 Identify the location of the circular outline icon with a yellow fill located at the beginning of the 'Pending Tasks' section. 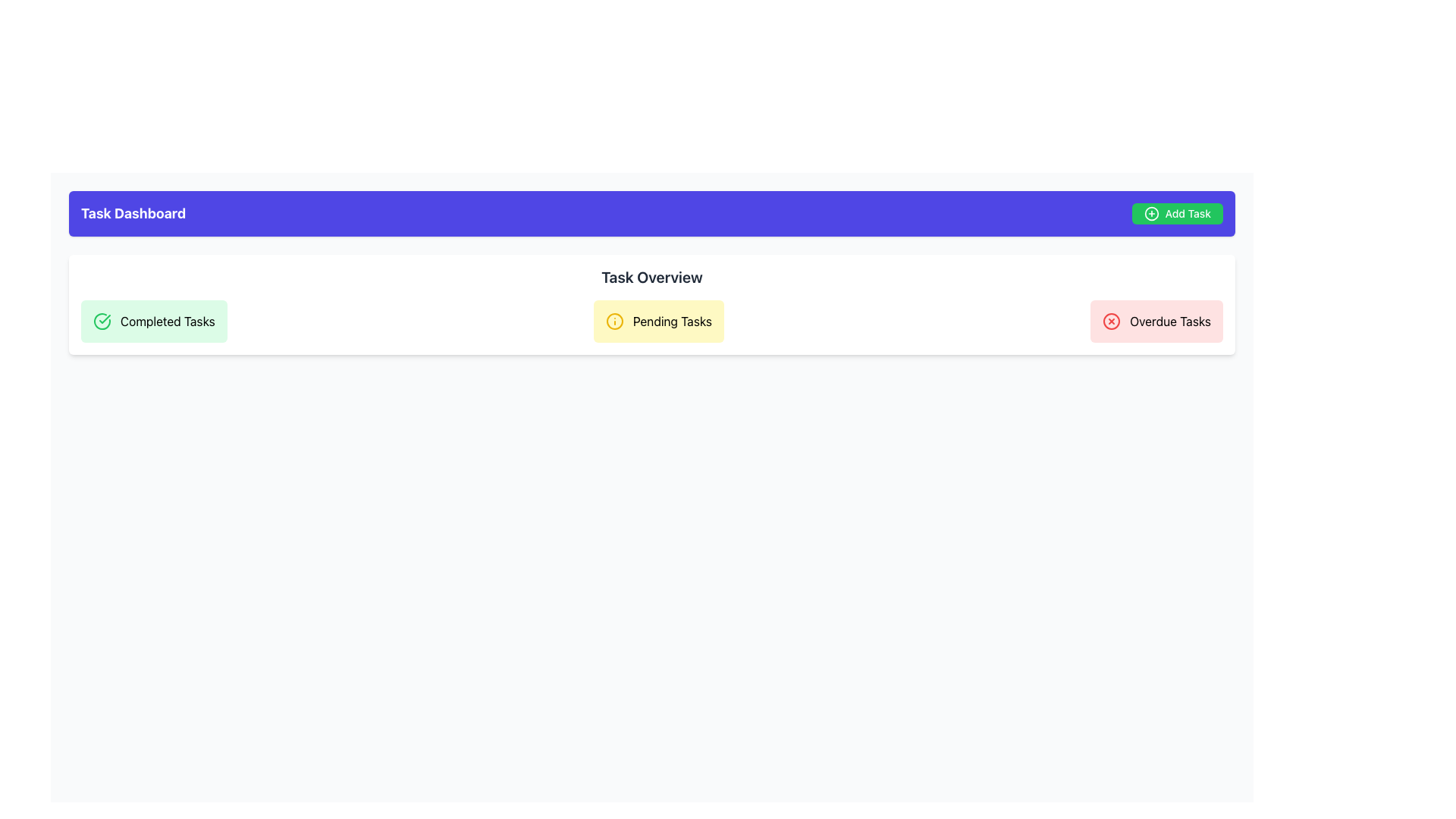
(614, 321).